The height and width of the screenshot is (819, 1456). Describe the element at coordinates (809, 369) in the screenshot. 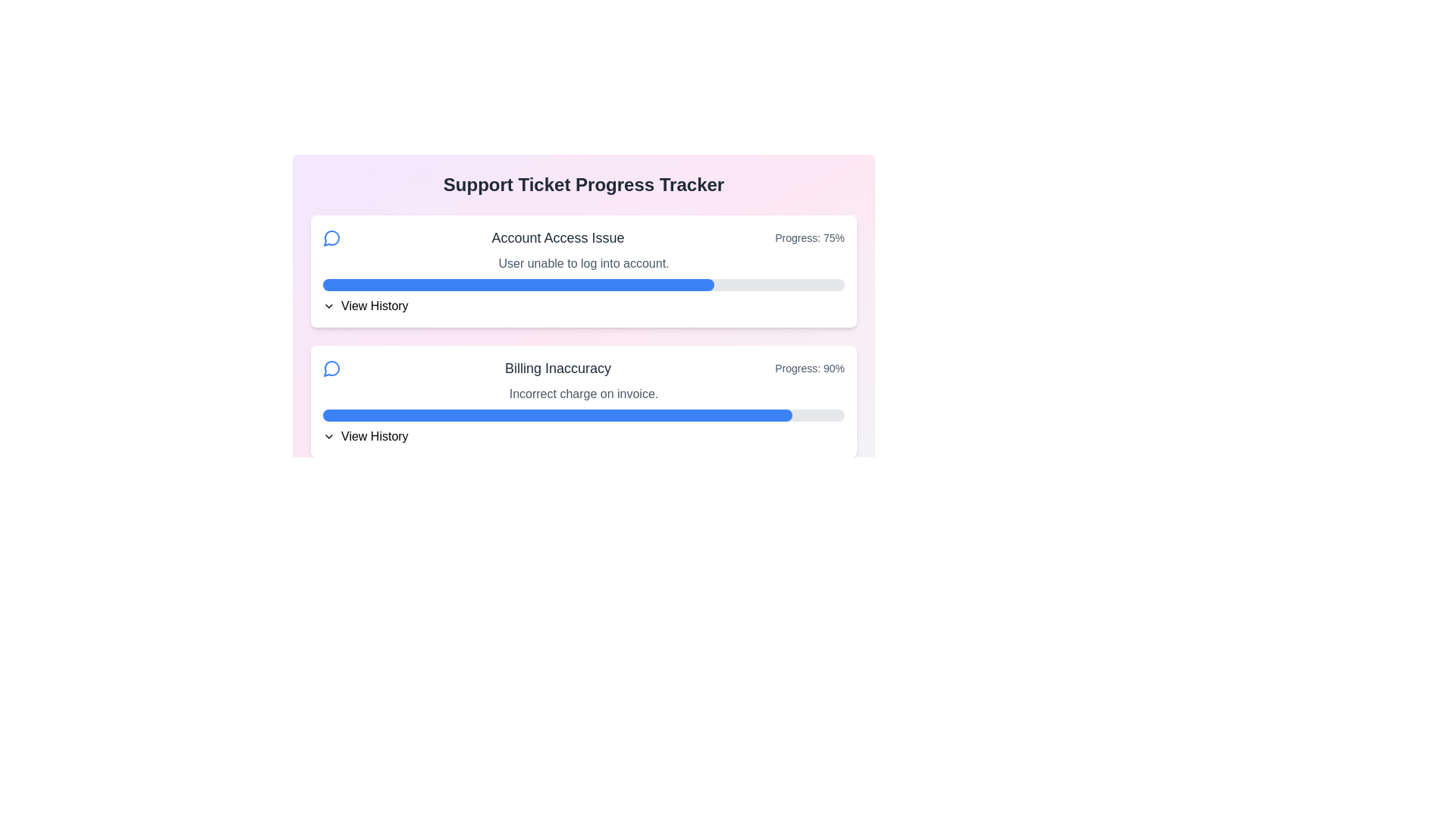

I see `the static text element displaying 'Progress: 90%' which is located on the far right side next to 'Billing Inaccuracy'` at that location.